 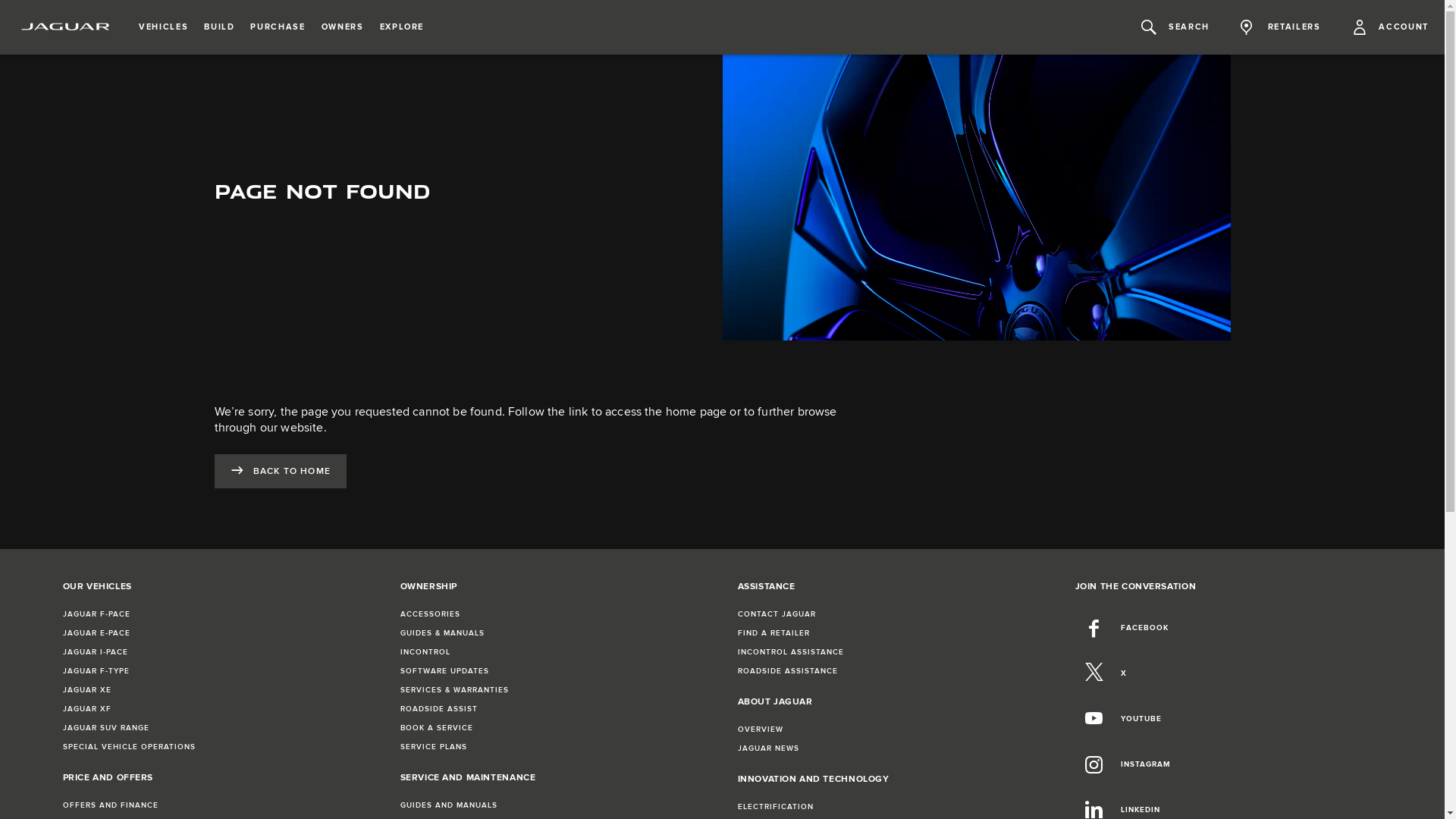 What do you see at coordinates (1175, 27) in the screenshot?
I see `'SEARCH'` at bounding box center [1175, 27].